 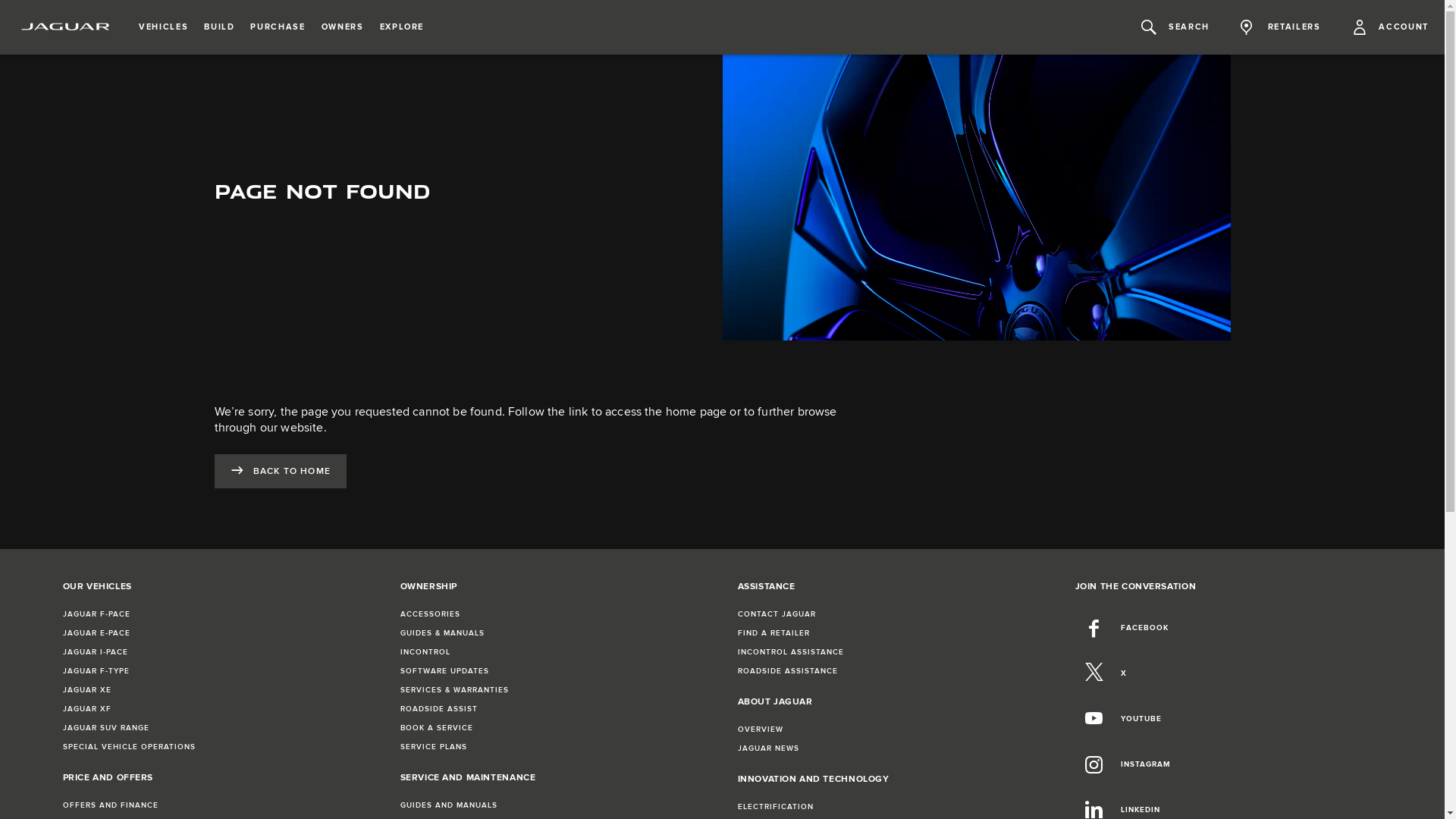 What do you see at coordinates (1175, 27) in the screenshot?
I see `'SEARCH'` at bounding box center [1175, 27].